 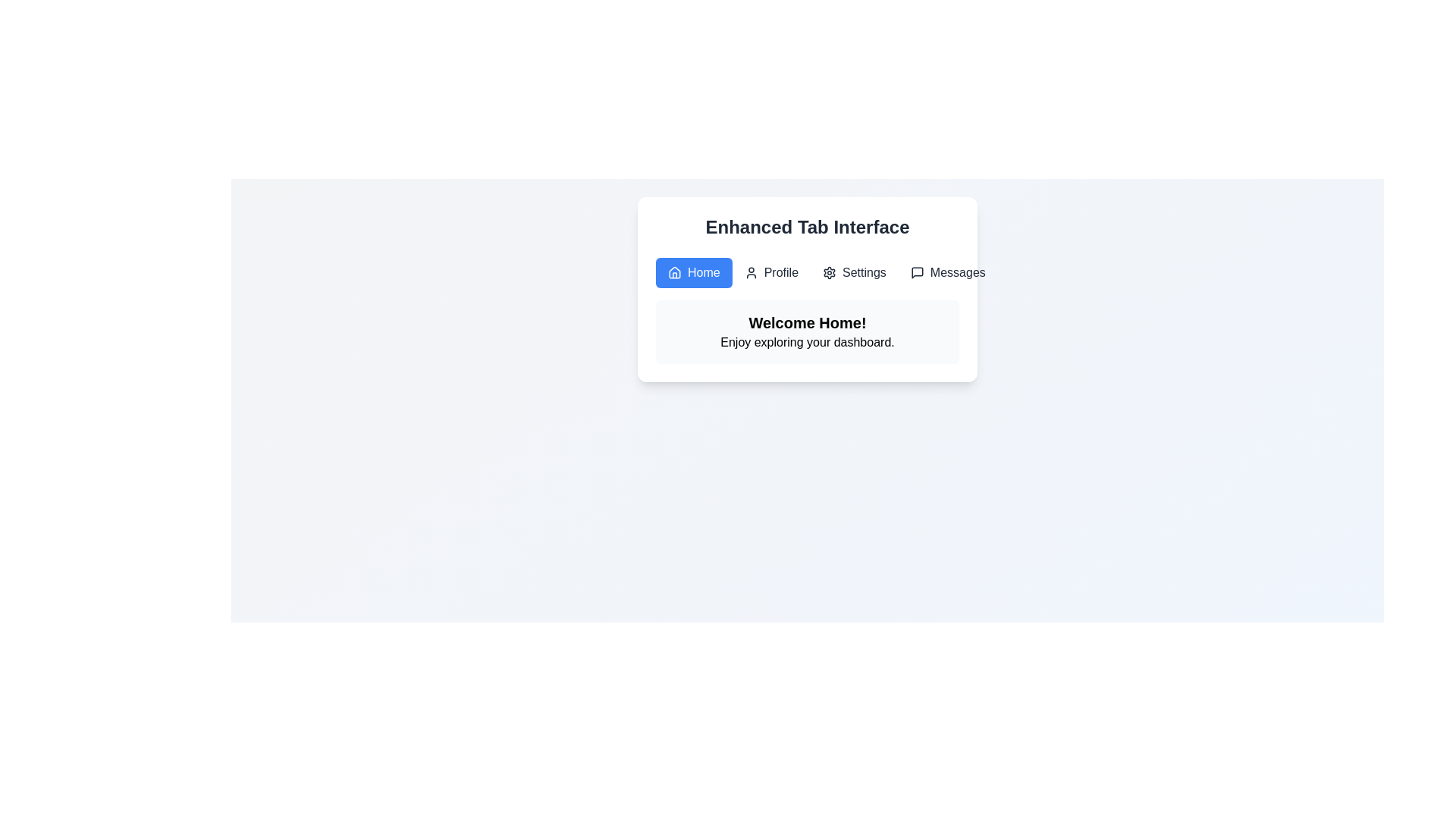 I want to click on the 'Settings' button, which is the third item in the horizontal navigation menu, so click(x=855, y=271).